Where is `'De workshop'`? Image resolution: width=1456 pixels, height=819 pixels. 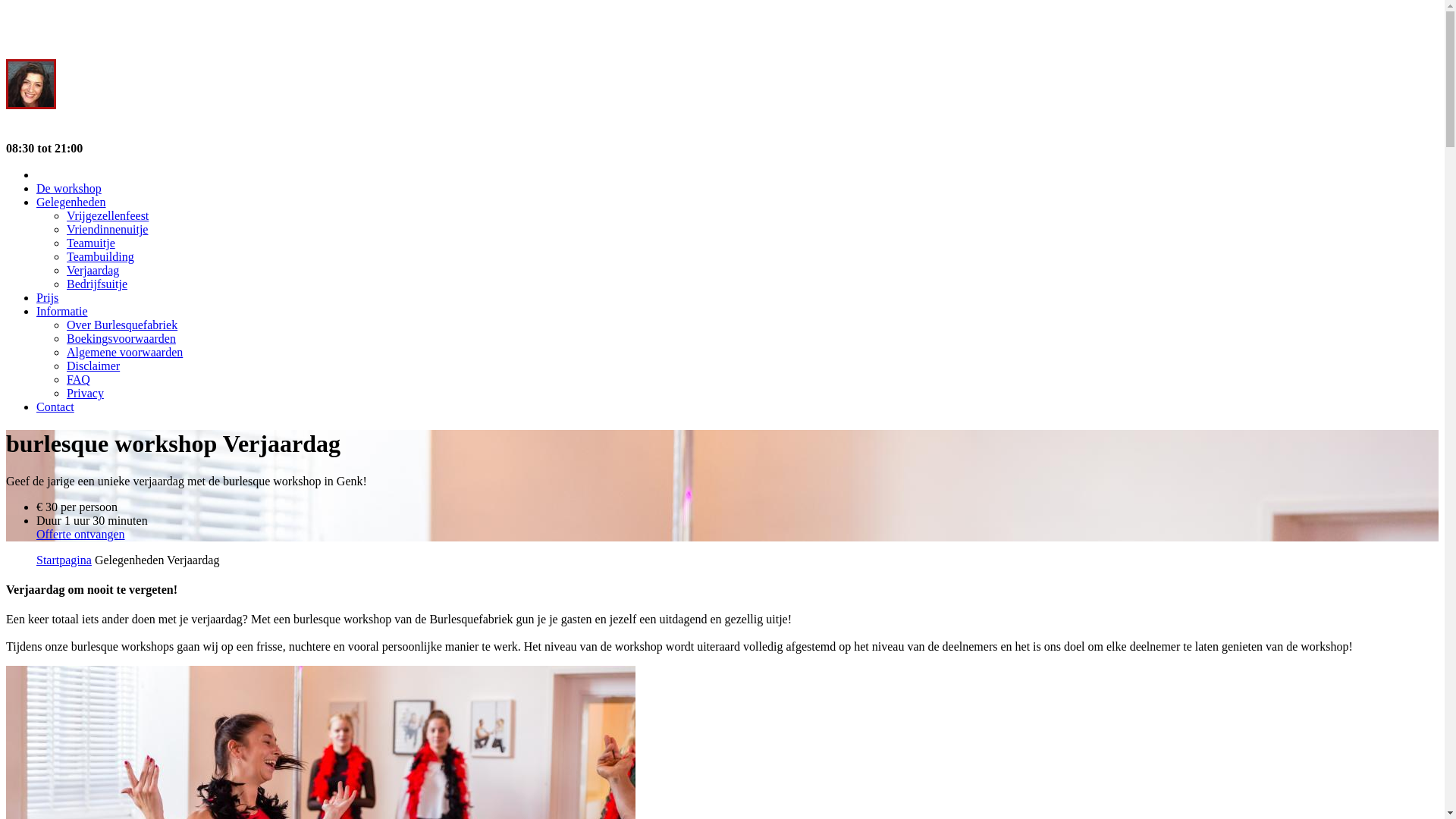 'De workshop' is located at coordinates (68, 187).